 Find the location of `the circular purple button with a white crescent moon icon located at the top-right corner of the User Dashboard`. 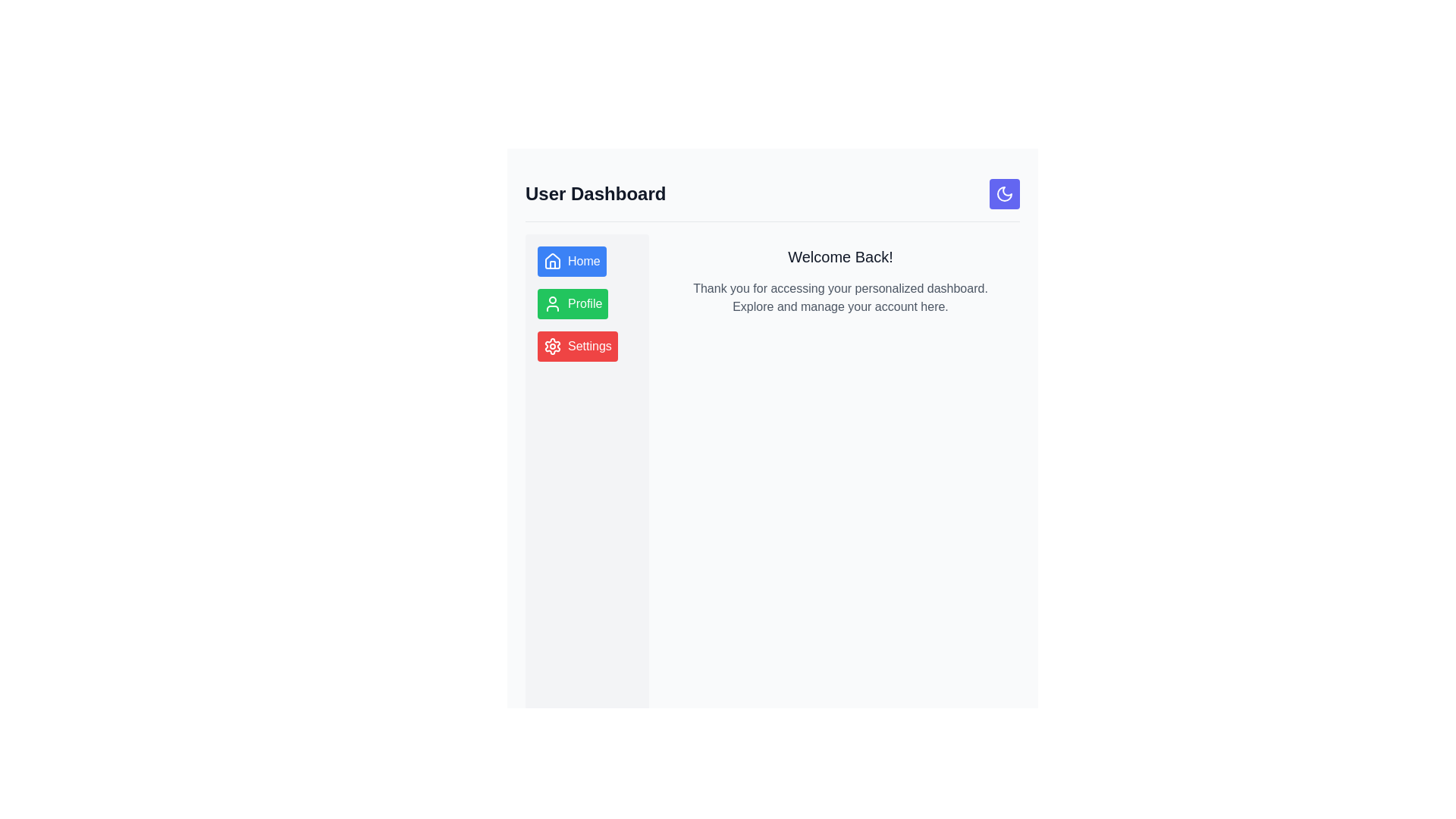

the circular purple button with a white crescent moon icon located at the top-right corner of the User Dashboard is located at coordinates (1004, 193).